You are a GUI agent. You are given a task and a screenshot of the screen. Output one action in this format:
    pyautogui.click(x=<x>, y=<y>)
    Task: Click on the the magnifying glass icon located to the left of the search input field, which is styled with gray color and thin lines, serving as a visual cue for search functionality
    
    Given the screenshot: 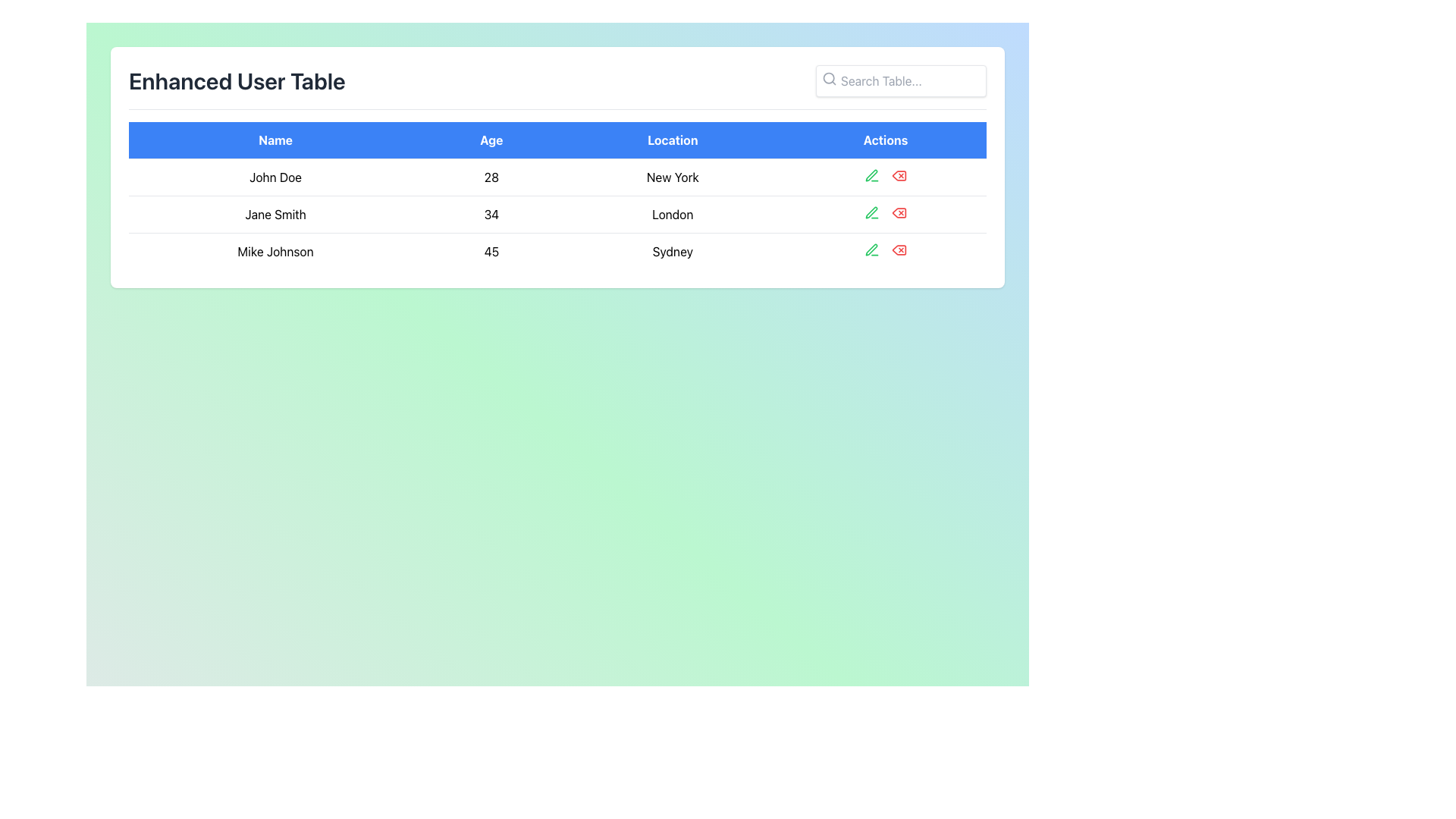 What is the action you would take?
    pyautogui.click(x=829, y=79)
    